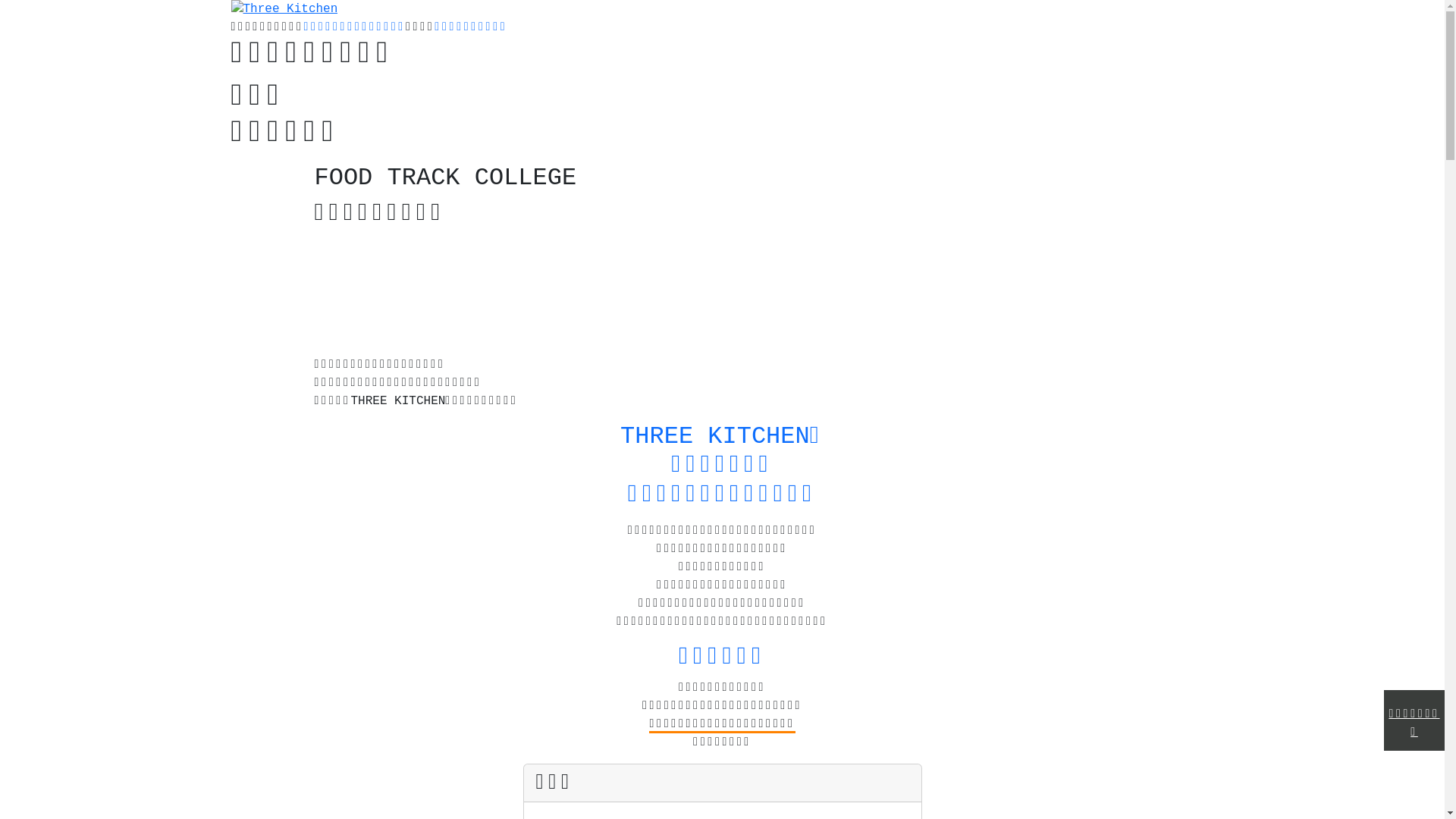 The image size is (1456, 819). Describe the element at coordinates (278, 27) in the screenshot. I see `'Three Kitchen'` at that location.